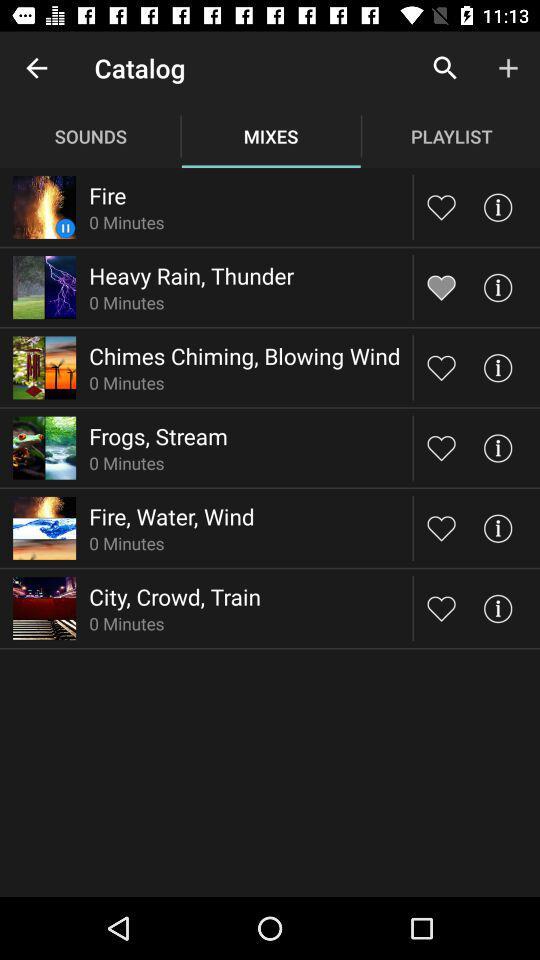 The image size is (540, 960). What do you see at coordinates (445, 68) in the screenshot?
I see `the icon above playlist icon` at bounding box center [445, 68].